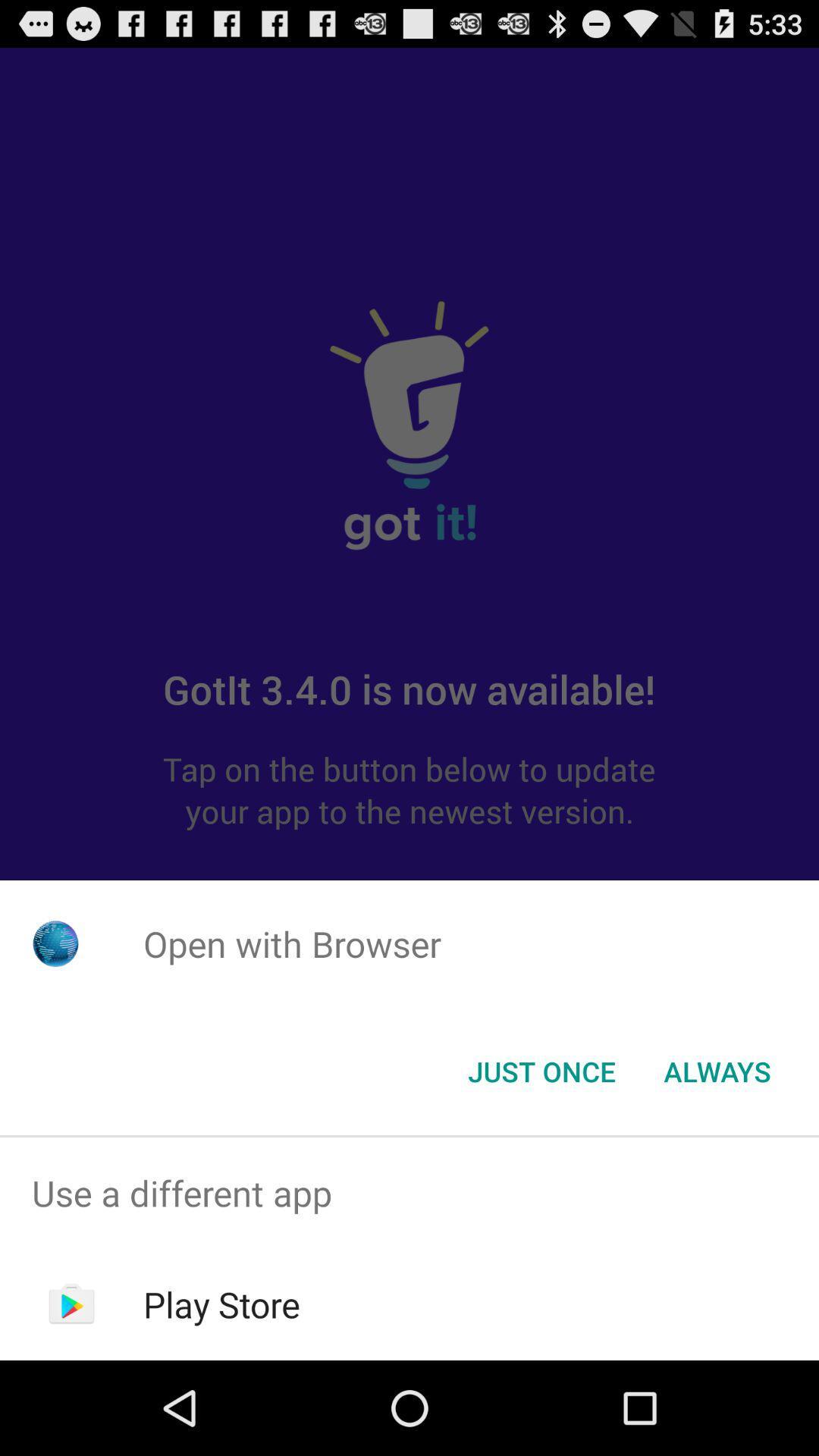 This screenshot has width=819, height=1456. I want to click on always icon, so click(717, 1070).